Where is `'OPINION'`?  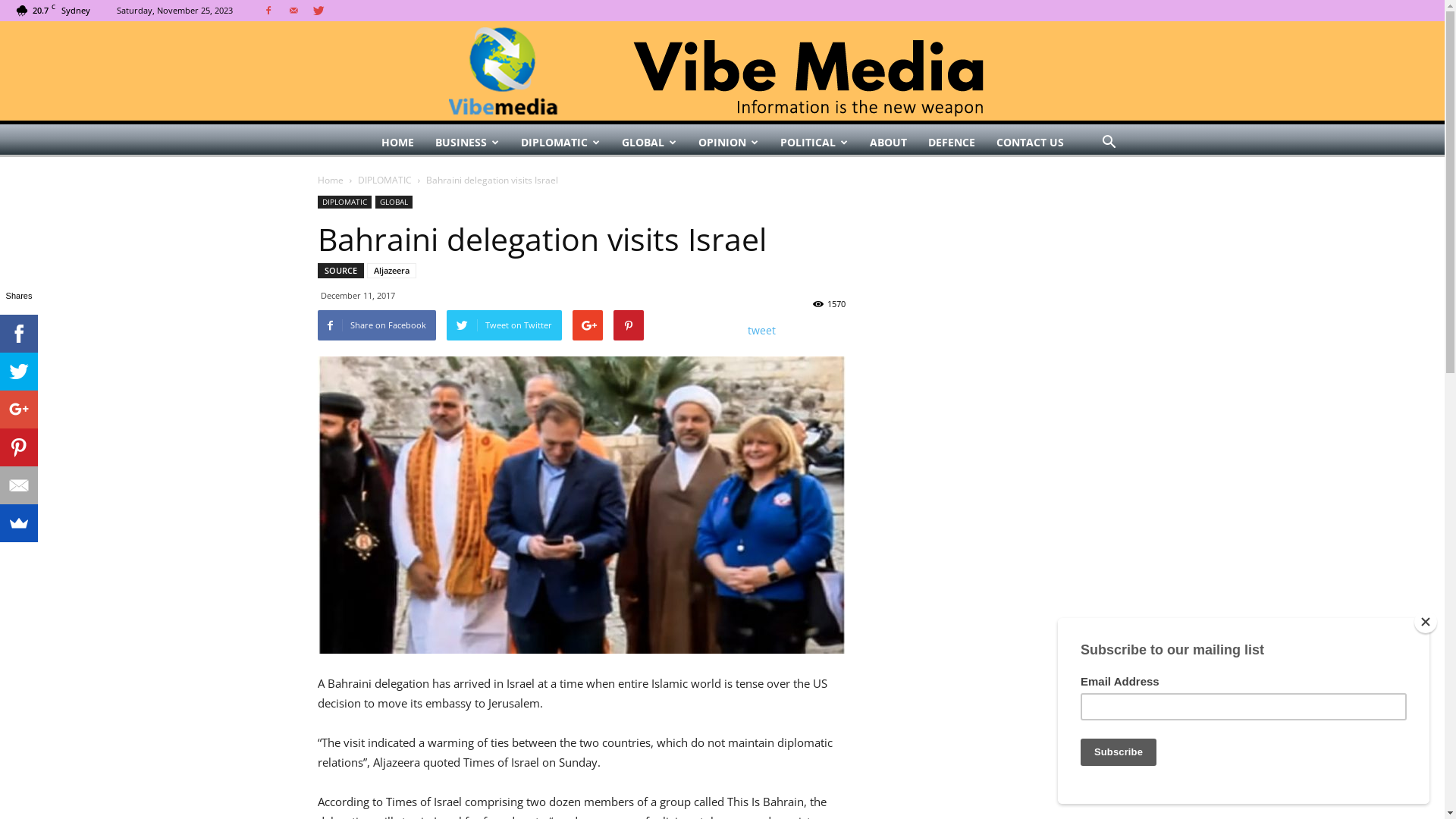
'OPINION' is located at coordinates (728, 143).